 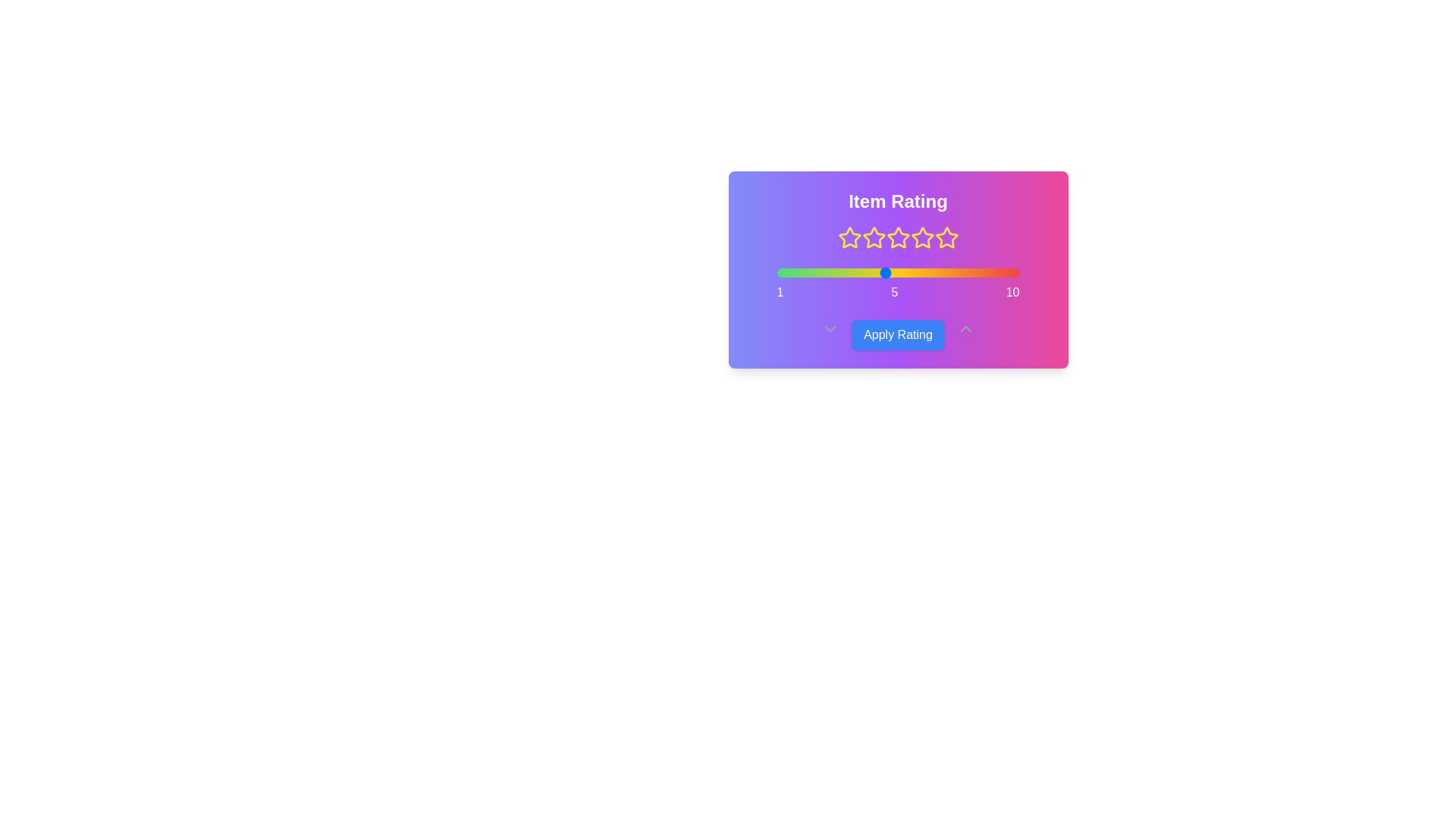 What do you see at coordinates (777, 271) in the screenshot?
I see `the slider to set the rating to 1` at bounding box center [777, 271].